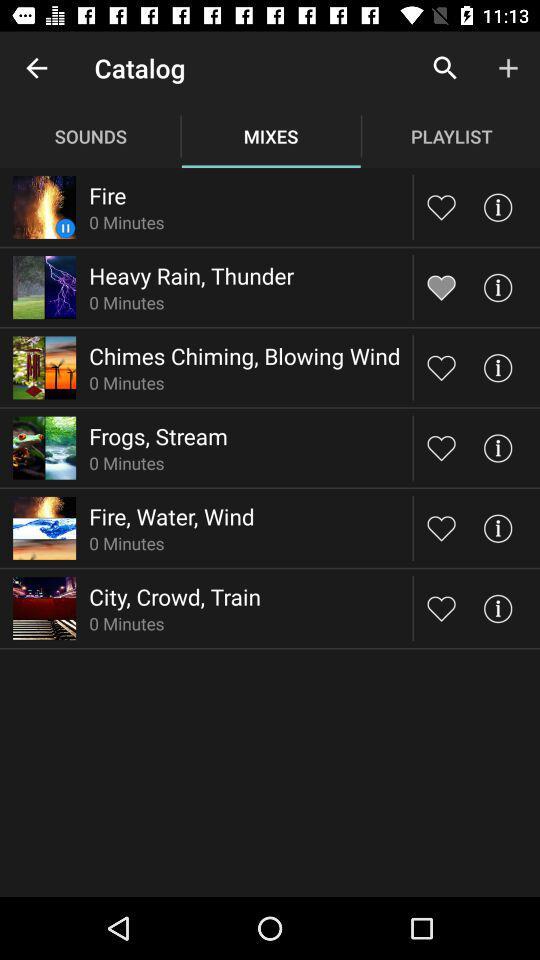 The width and height of the screenshot is (540, 960). I want to click on hit first message icon, so click(496, 207).